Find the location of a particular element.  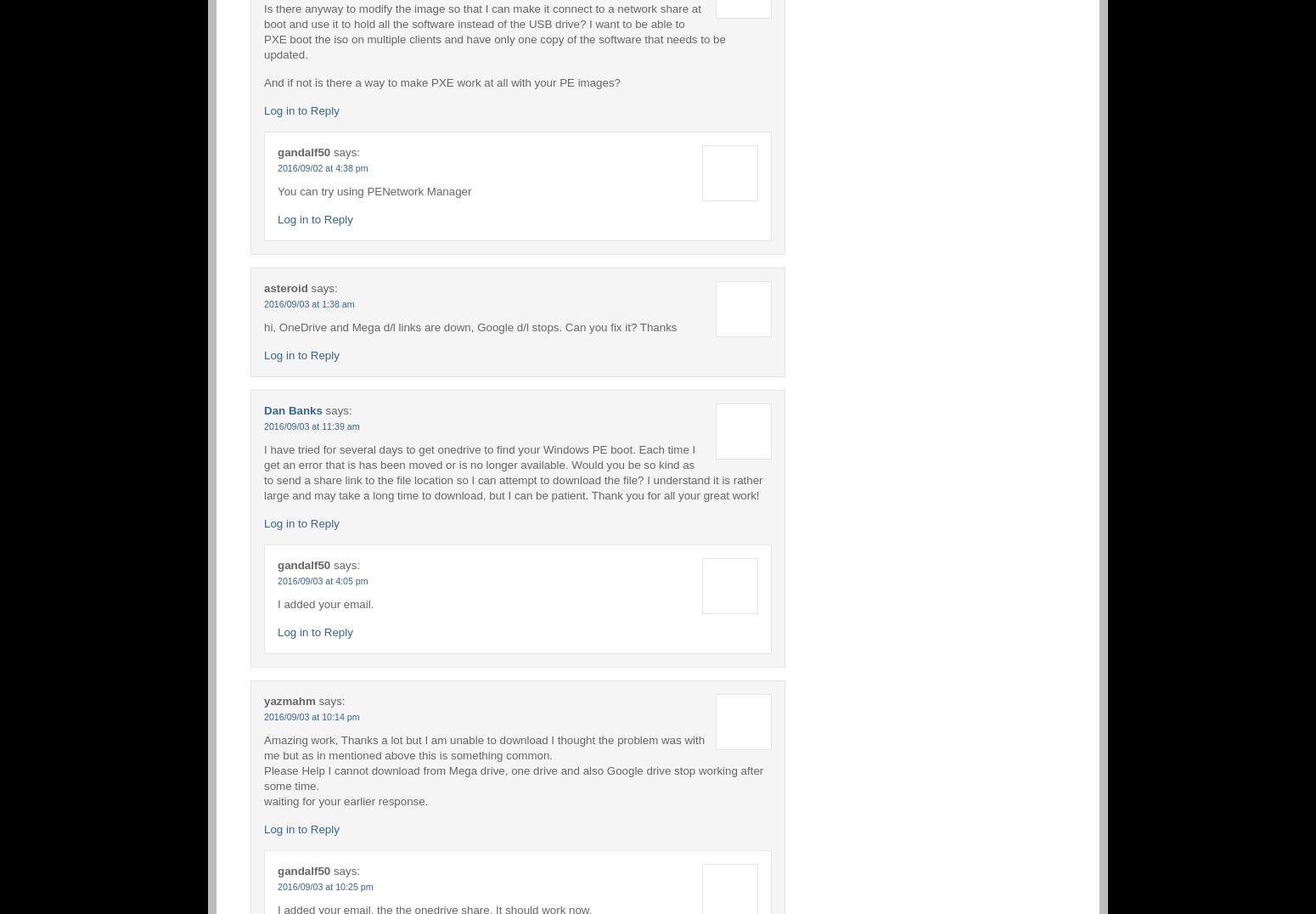

'I added your email.' is located at coordinates (324, 603).